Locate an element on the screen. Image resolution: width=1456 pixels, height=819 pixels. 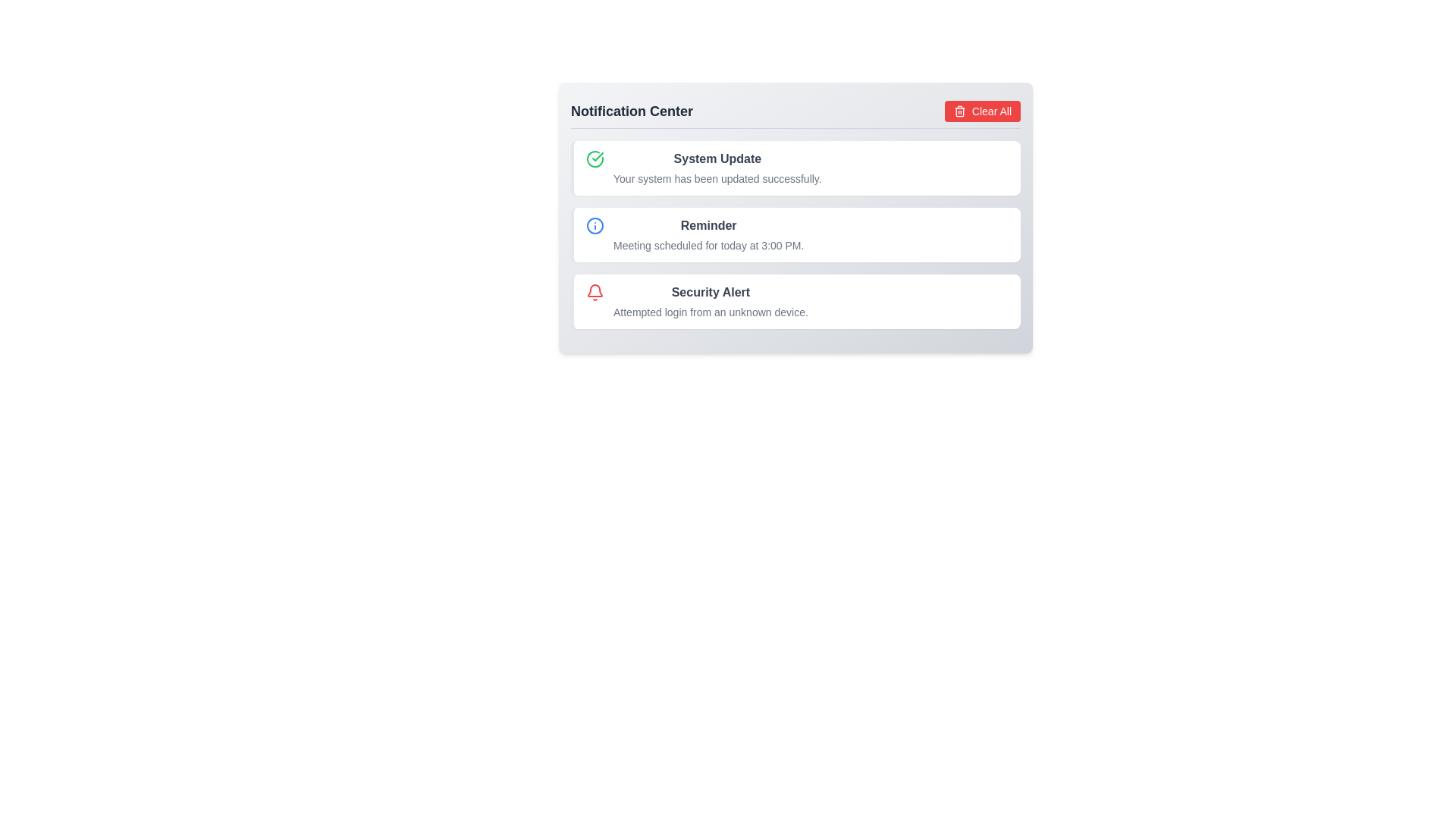
the bottom part of the bell icon located near the top-right corner of the notification center interface, adjacent to the 'Clear All' button is located at coordinates (595, 290).